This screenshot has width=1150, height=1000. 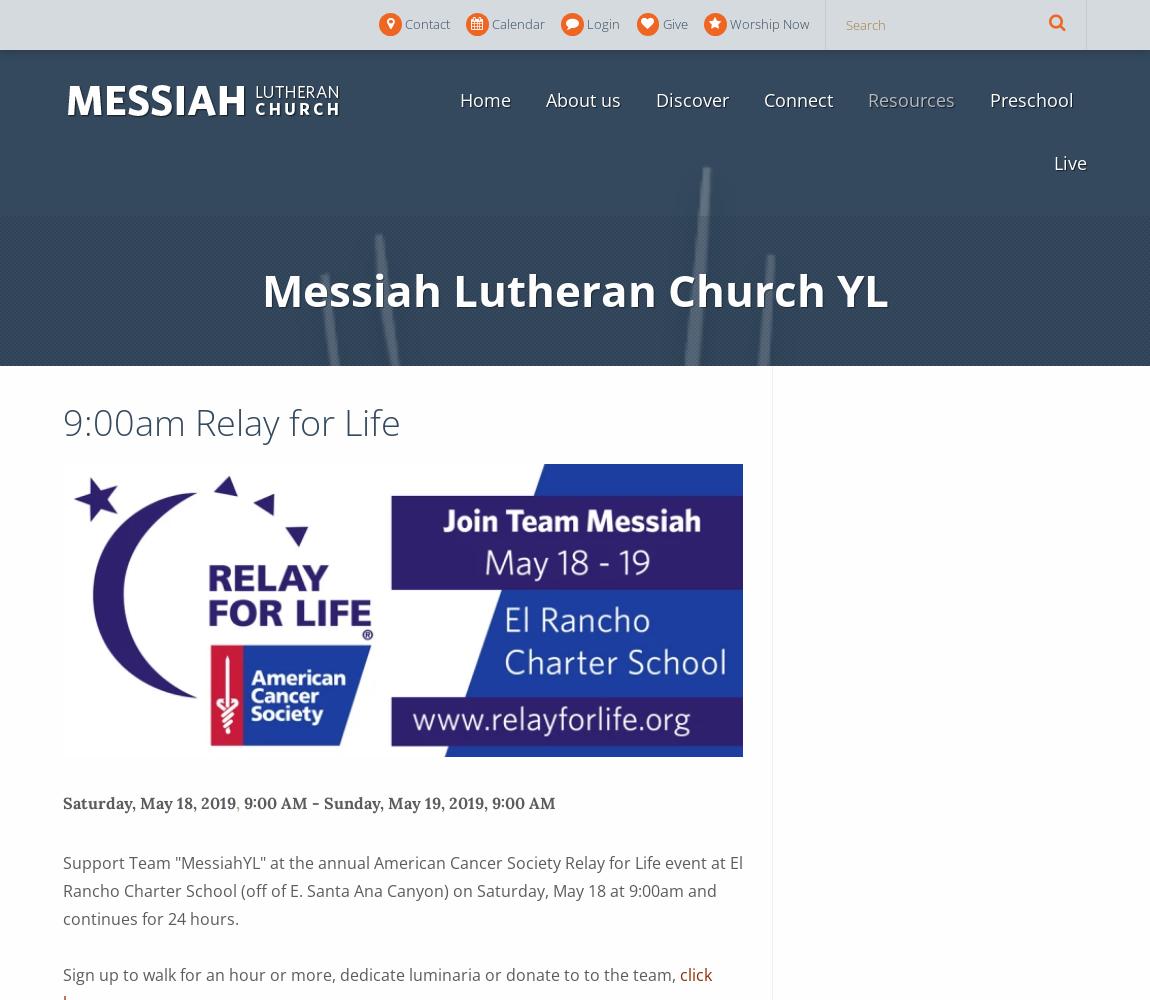 What do you see at coordinates (399, 802) in the screenshot?
I see `'9:00 AM - Sunday, May 19, 2019,  9:00 AM'` at bounding box center [399, 802].